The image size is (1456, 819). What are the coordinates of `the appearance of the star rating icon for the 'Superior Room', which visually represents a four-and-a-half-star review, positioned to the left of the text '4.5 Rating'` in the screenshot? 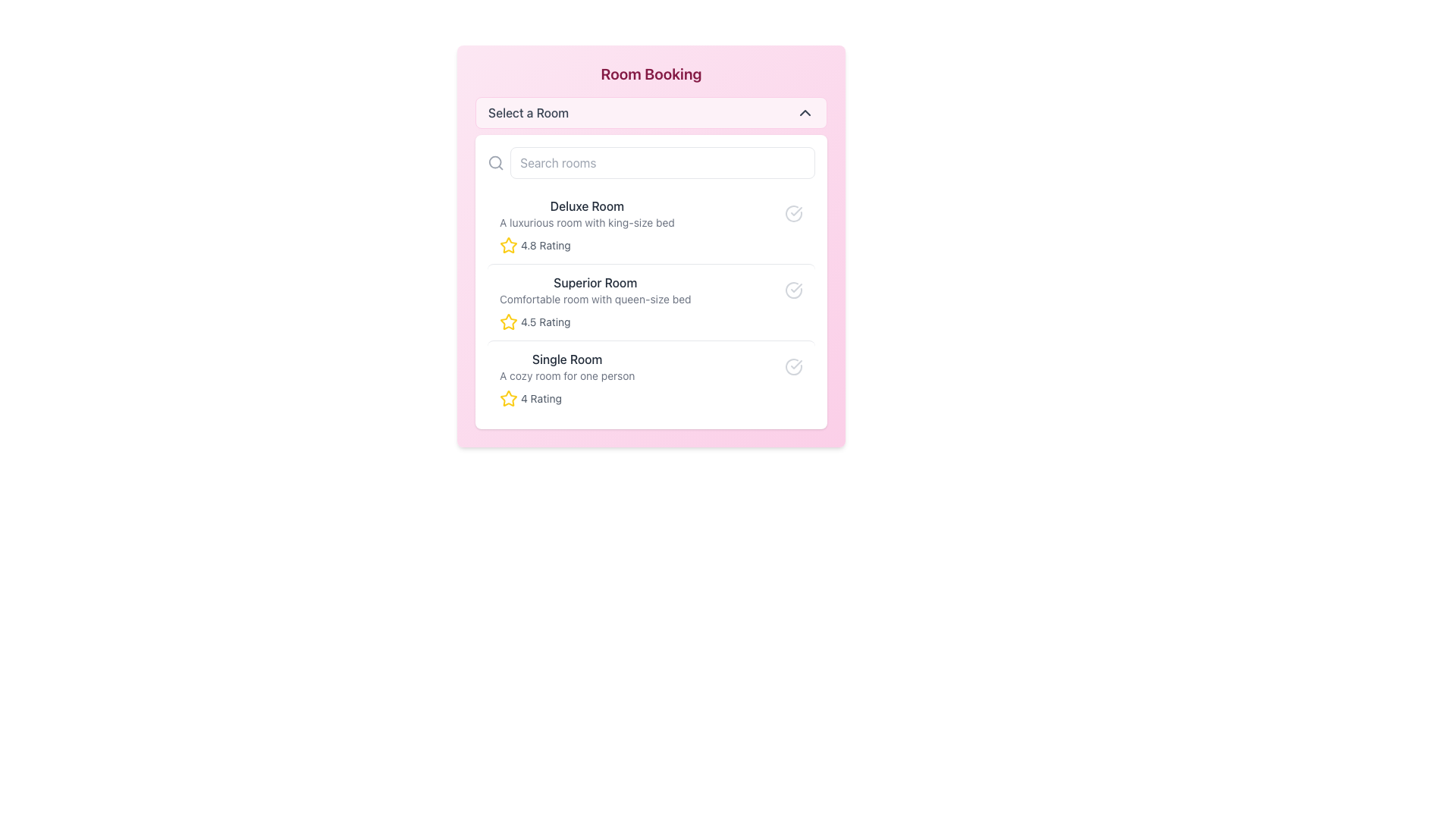 It's located at (509, 321).